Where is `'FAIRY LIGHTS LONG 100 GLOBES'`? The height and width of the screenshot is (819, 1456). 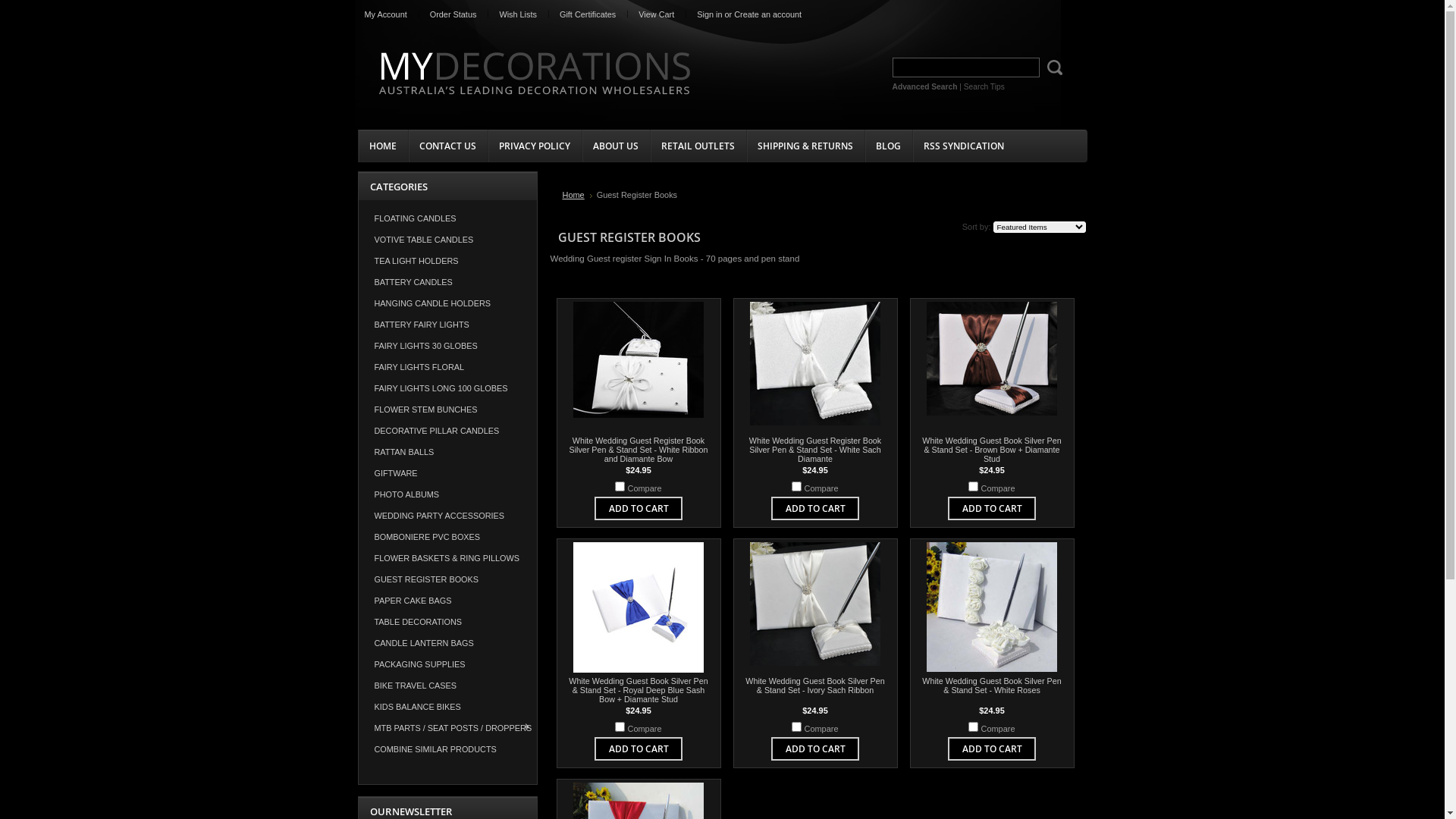
'FAIRY LIGHTS LONG 100 GLOBES' is located at coordinates (356, 388).